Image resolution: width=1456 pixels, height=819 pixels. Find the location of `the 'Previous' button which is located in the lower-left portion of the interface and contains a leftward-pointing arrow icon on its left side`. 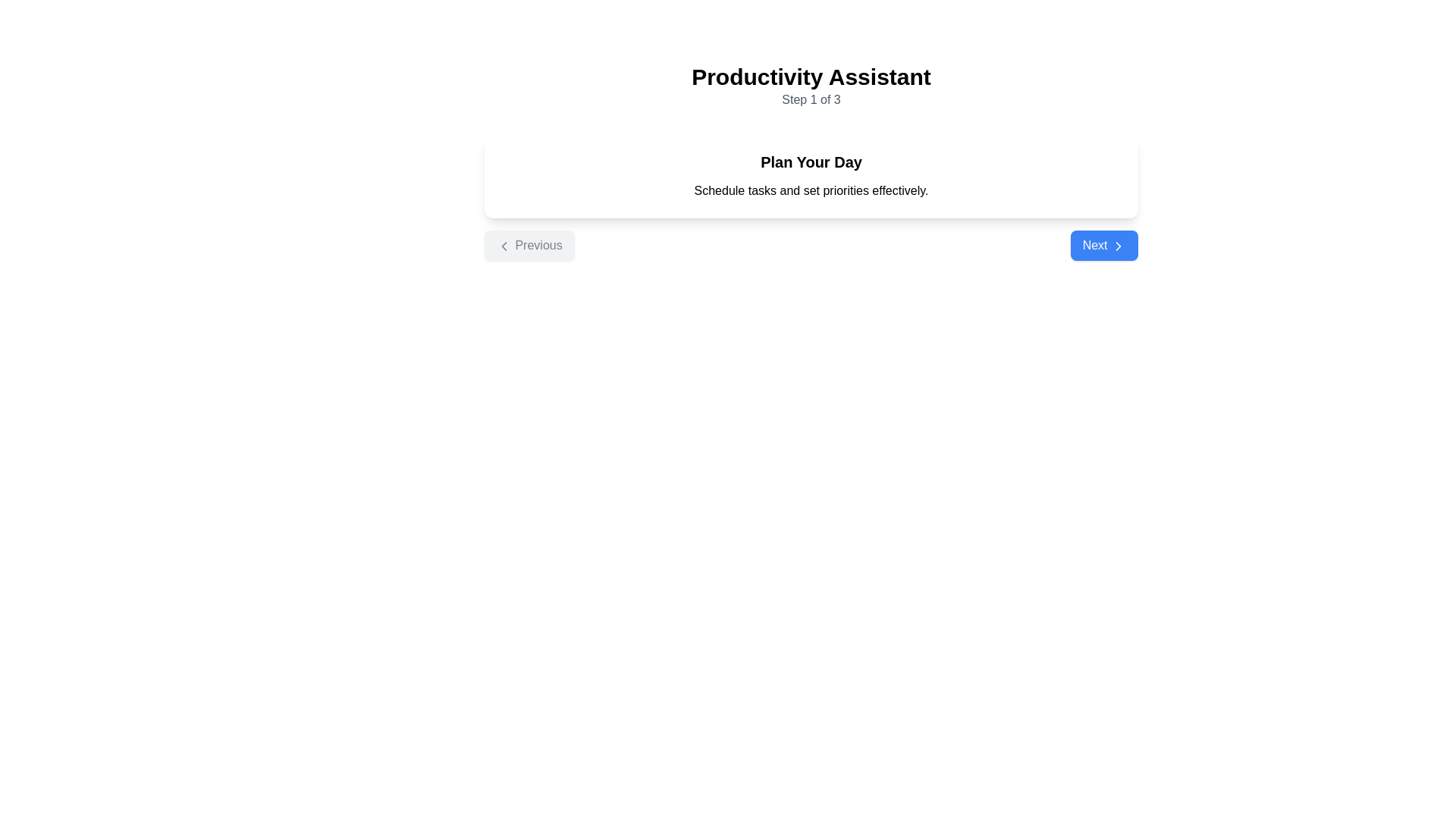

the 'Previous' button which is located in the lower-left portion of the interface and contains a leftward-pointing arrow icon on its left side is located at coordinates (504, 245).